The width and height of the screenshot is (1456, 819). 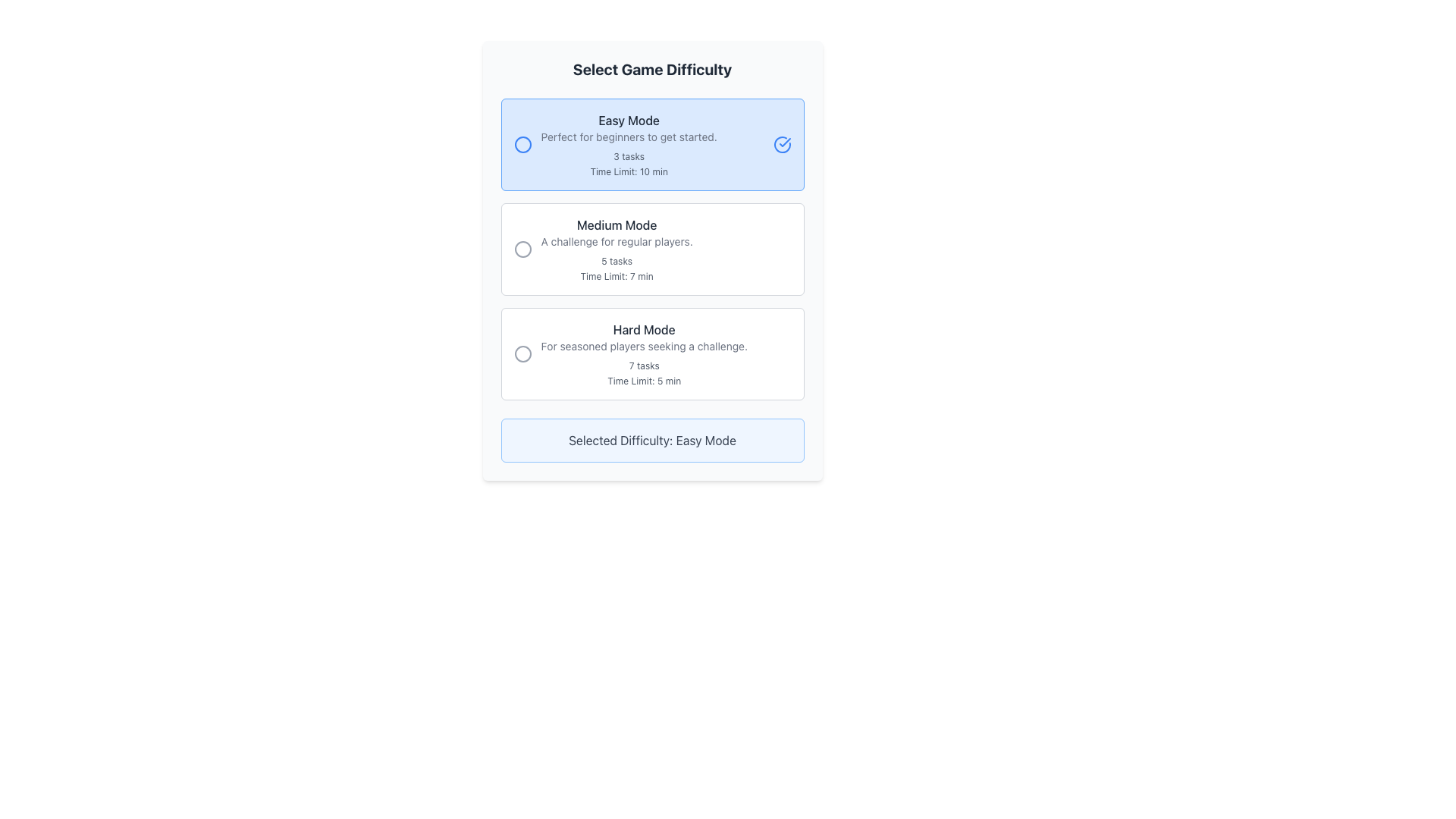 I want to click on the Text Block that displays '3 tasks' and 'Time Limit: 10 min' within the blue-highlighted box for 'Easy Mode.', so click(x=629, y=164).